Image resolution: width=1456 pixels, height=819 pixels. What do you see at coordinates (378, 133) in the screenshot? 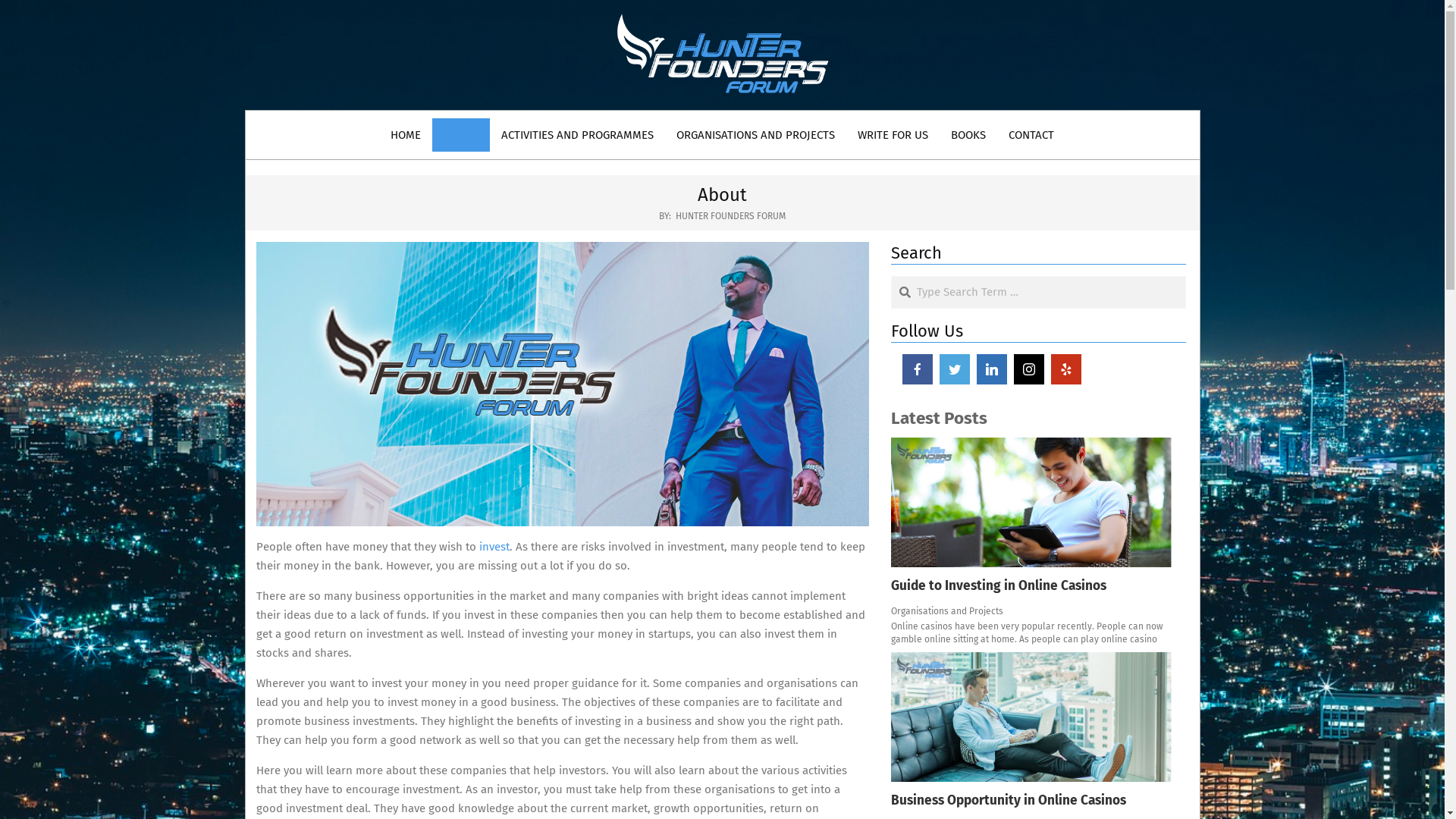
I see `'HOME'` at bounding box center [378, 133].